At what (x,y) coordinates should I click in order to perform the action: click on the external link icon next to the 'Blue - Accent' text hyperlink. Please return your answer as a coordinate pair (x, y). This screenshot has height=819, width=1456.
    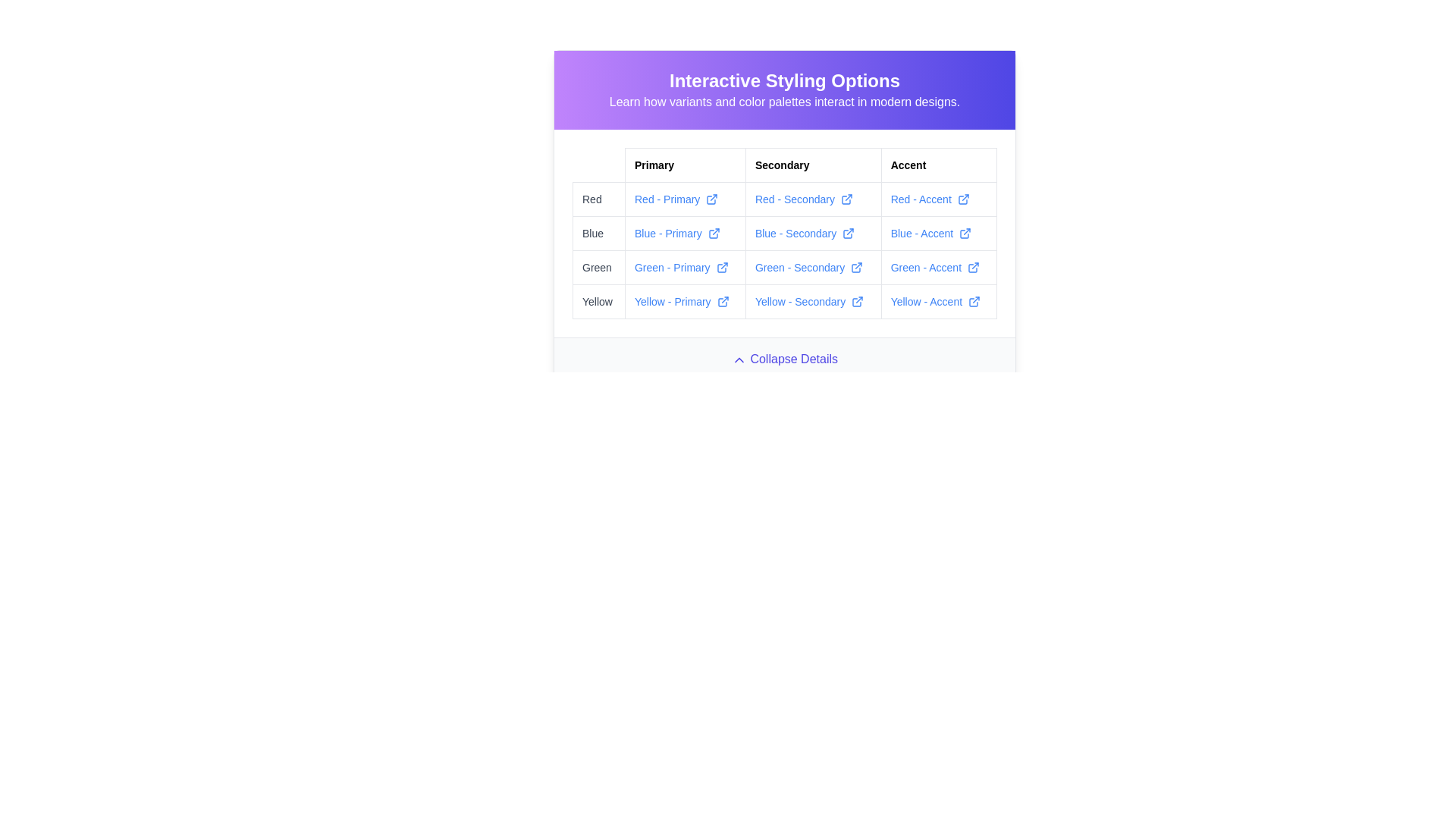
    Looking at the image, I should click on (938, 234).